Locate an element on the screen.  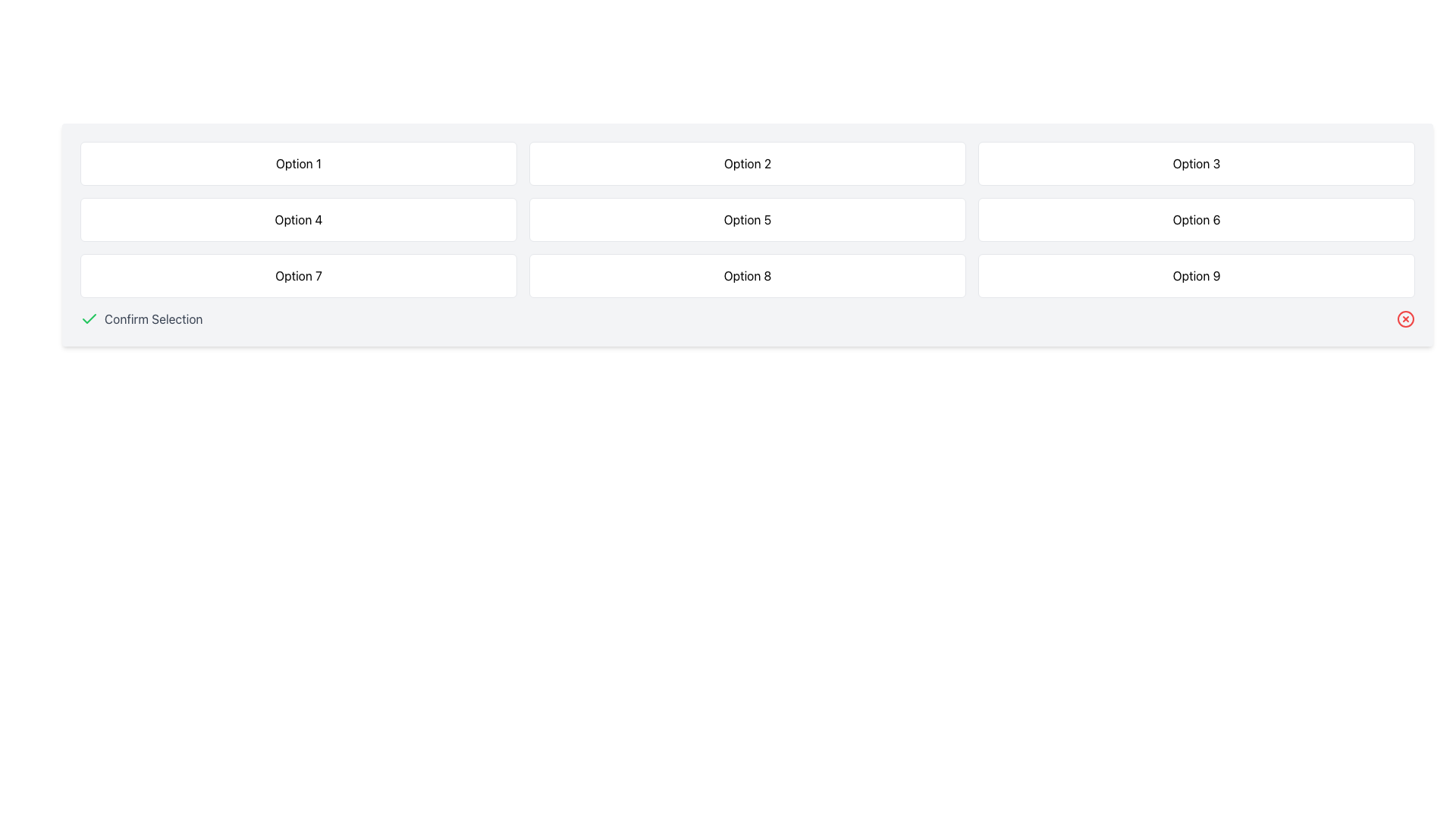
the rectangular button with rounded corners labeled 'Option 9' is located at coordinates (1196, 275).